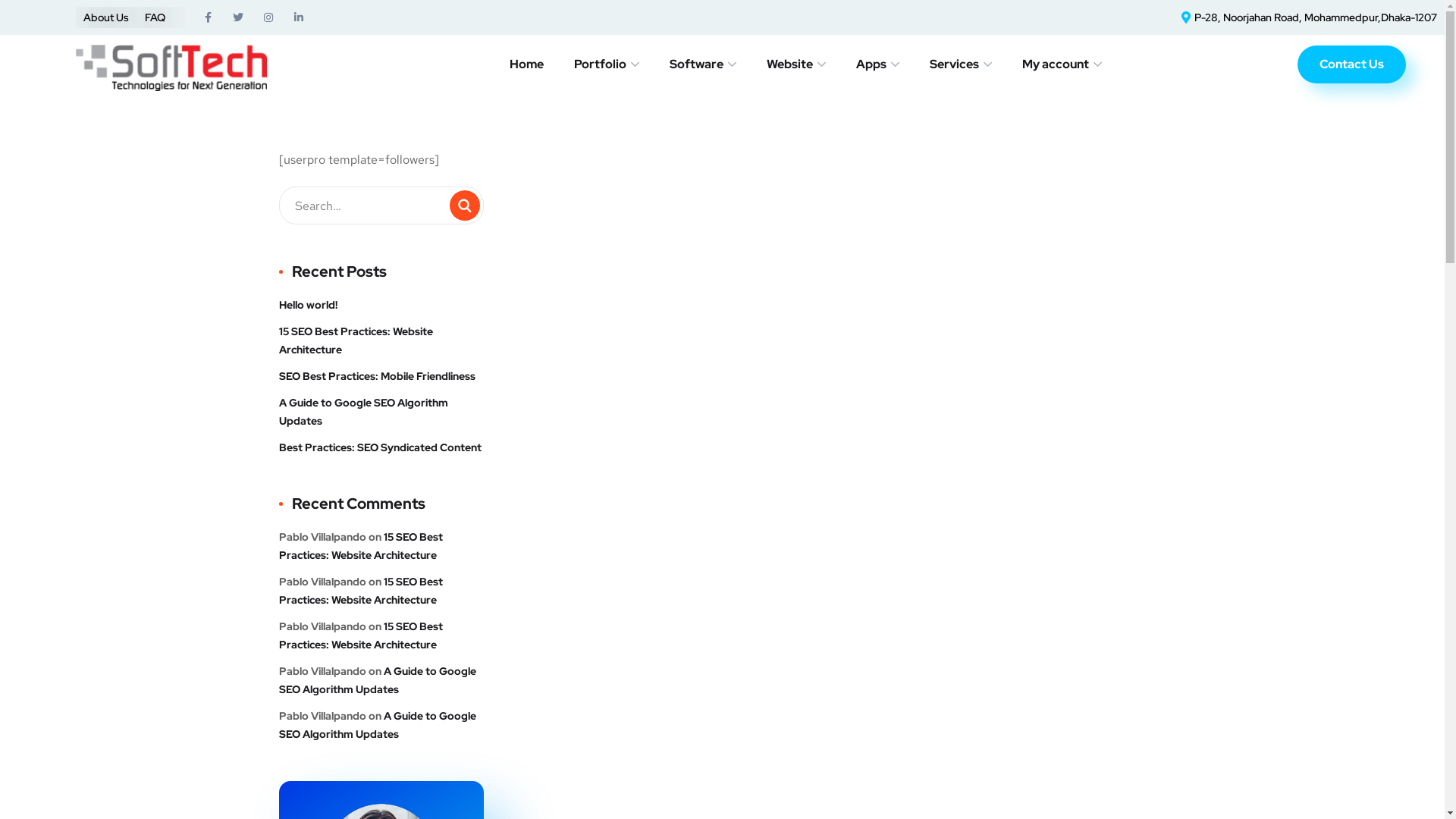 Image resolution: width=1456 pixels, height=819 pixels. I want to click on 'Home', so click(510, 63).